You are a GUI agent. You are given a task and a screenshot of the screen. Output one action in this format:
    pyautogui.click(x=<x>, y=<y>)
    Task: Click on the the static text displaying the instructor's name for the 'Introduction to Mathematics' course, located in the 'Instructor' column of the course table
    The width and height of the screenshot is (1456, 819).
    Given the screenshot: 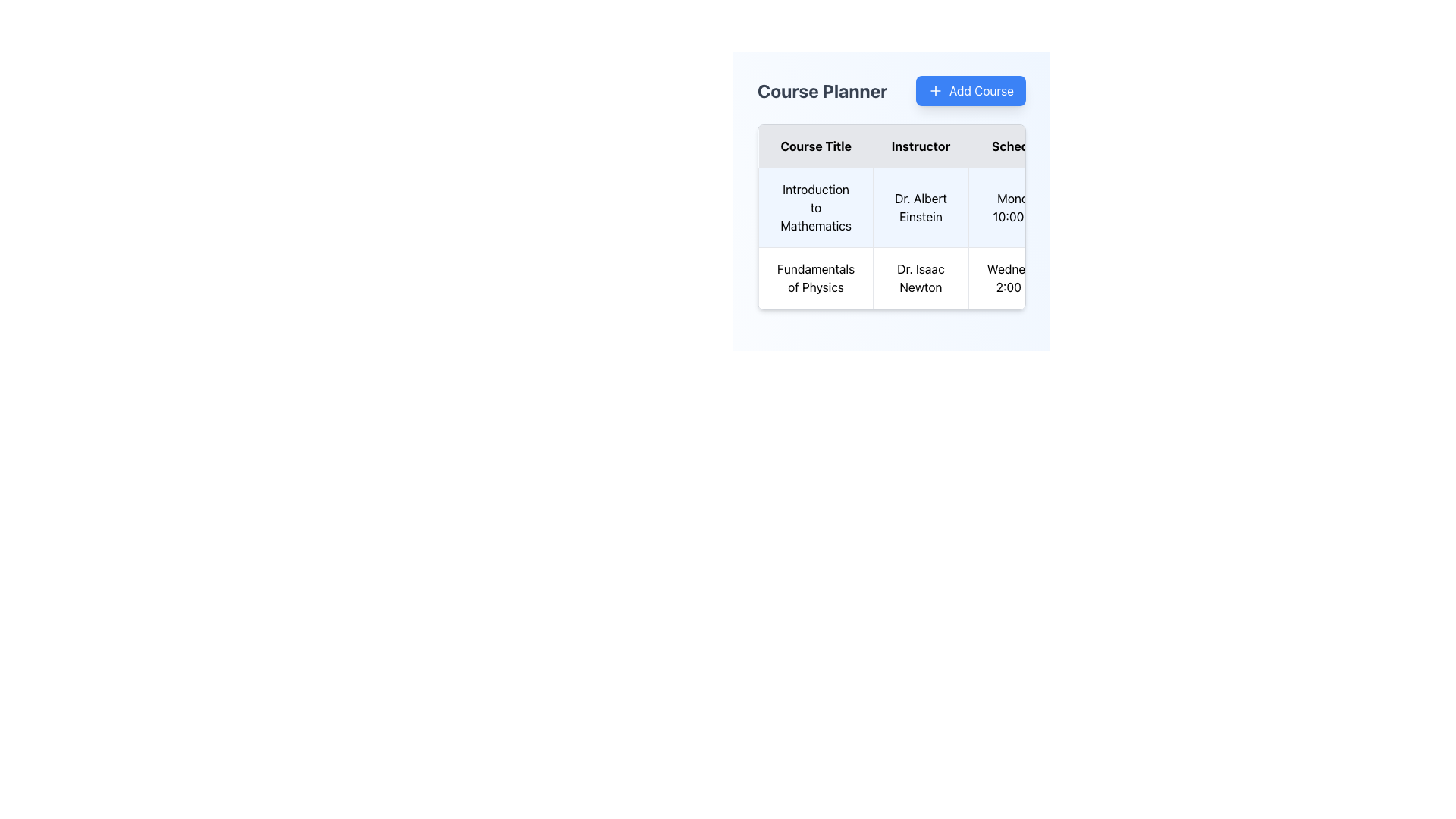 What is the action you would take?
    pyautogui.click(x=920, y=207)
    